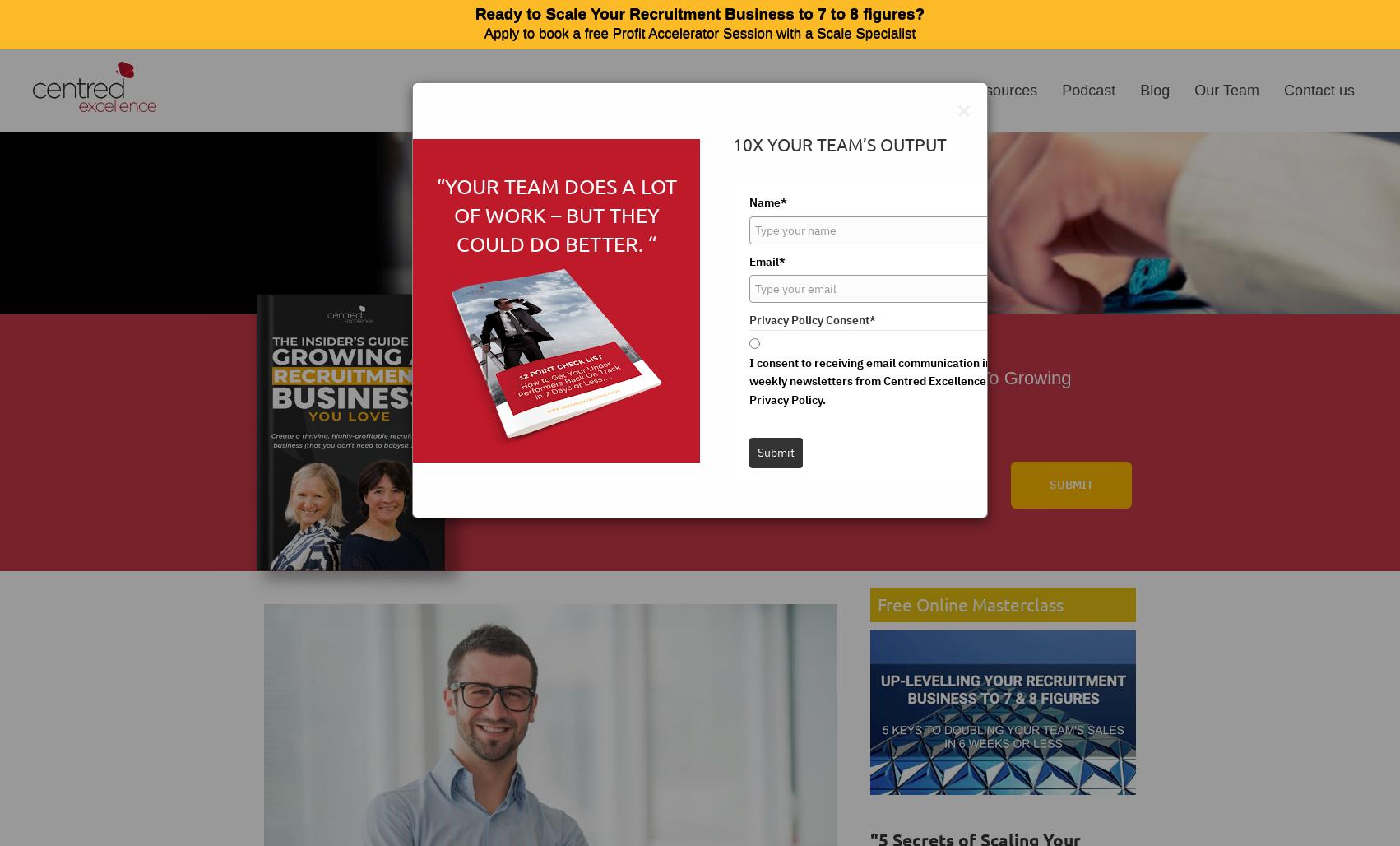  What do you see at coordinates (654, 89) in the screenshot?
I see `'Home'` at bounding box center [654, 89].